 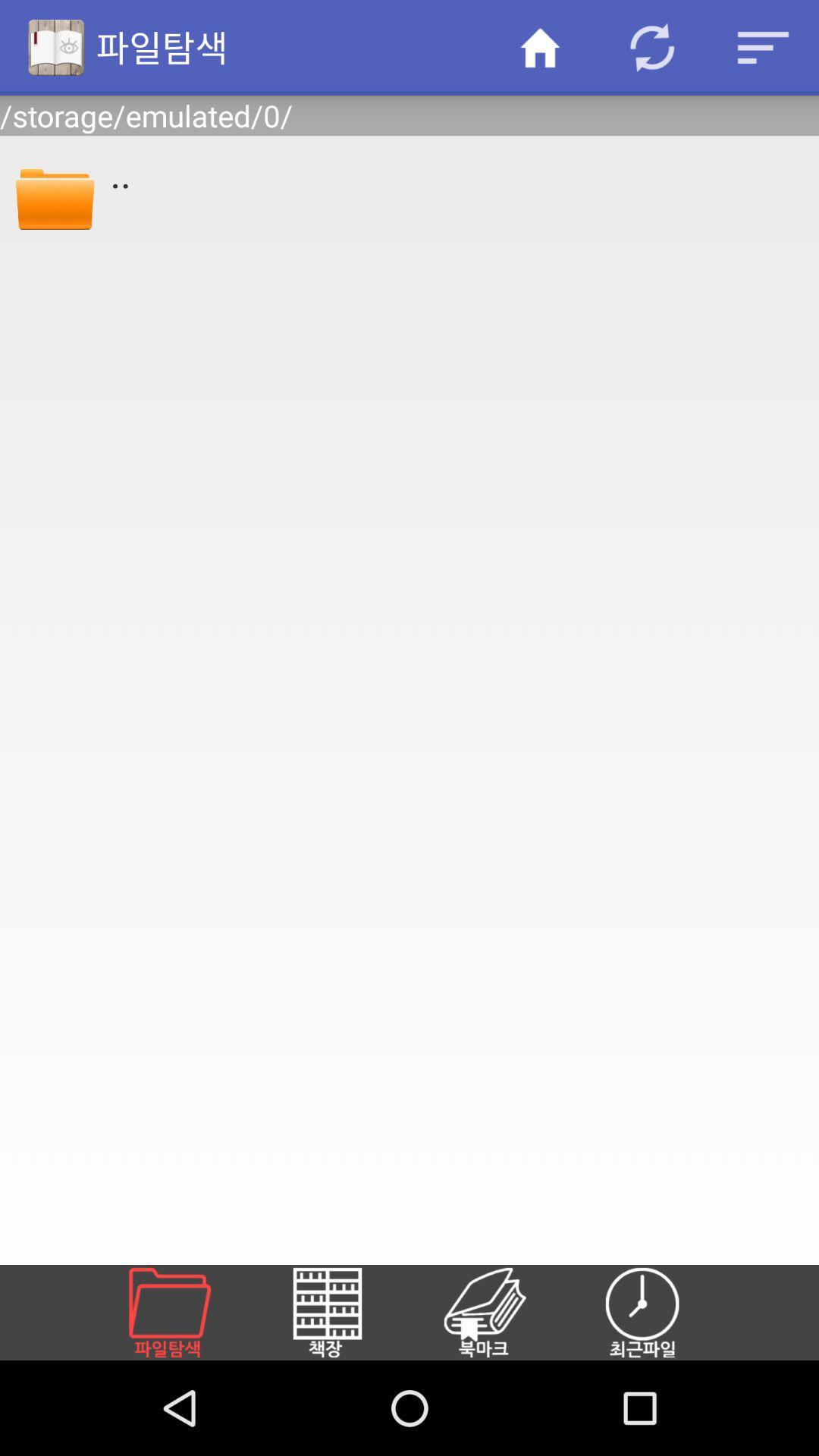 I want to click on item next to .., so click(x=54, y=195).